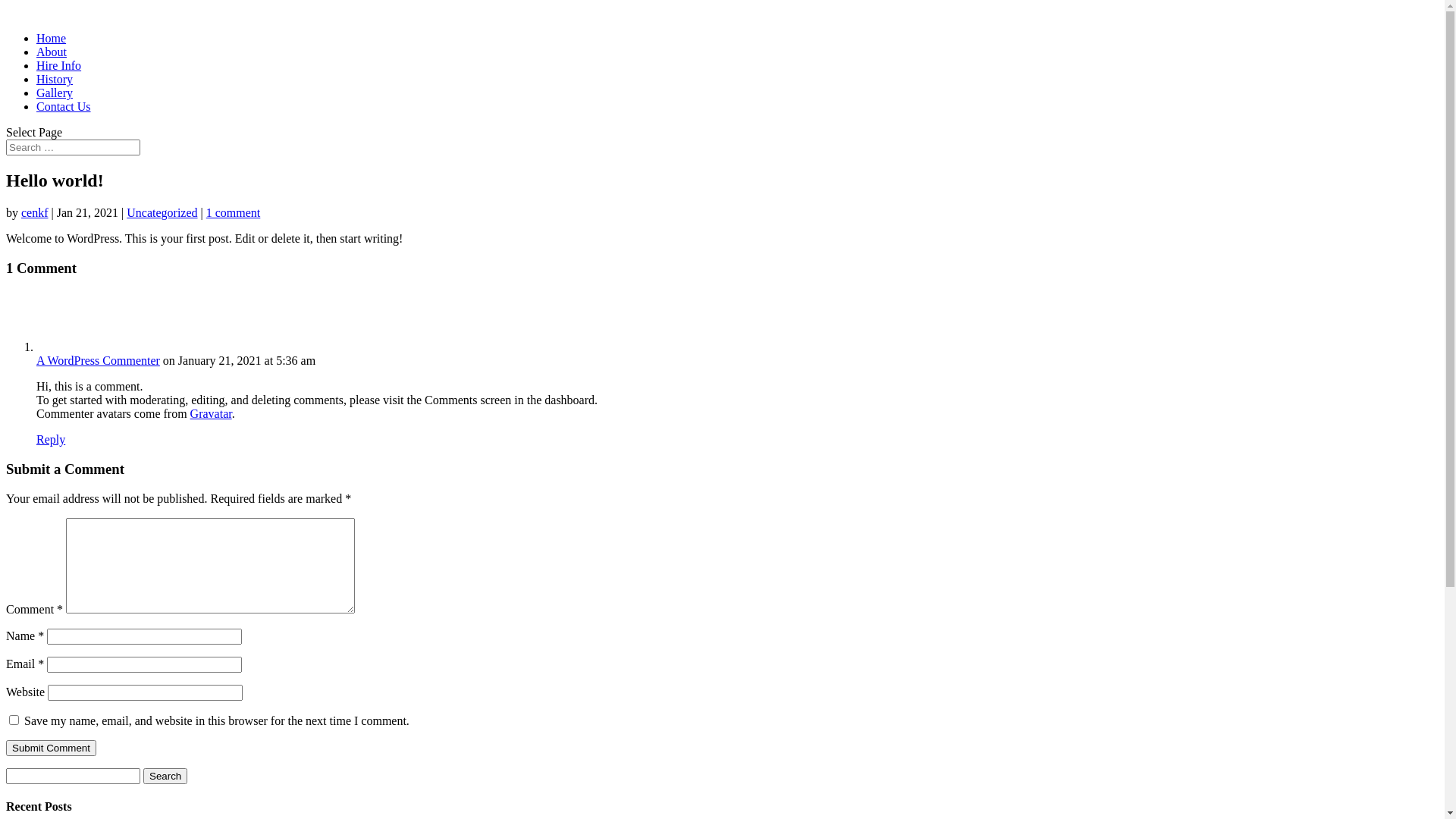 Image resolution: width=1456 pixels, height=819 pixels. Describe the element at coordinates (165, 776) in the screenshot. I see `'Search'` at that location.